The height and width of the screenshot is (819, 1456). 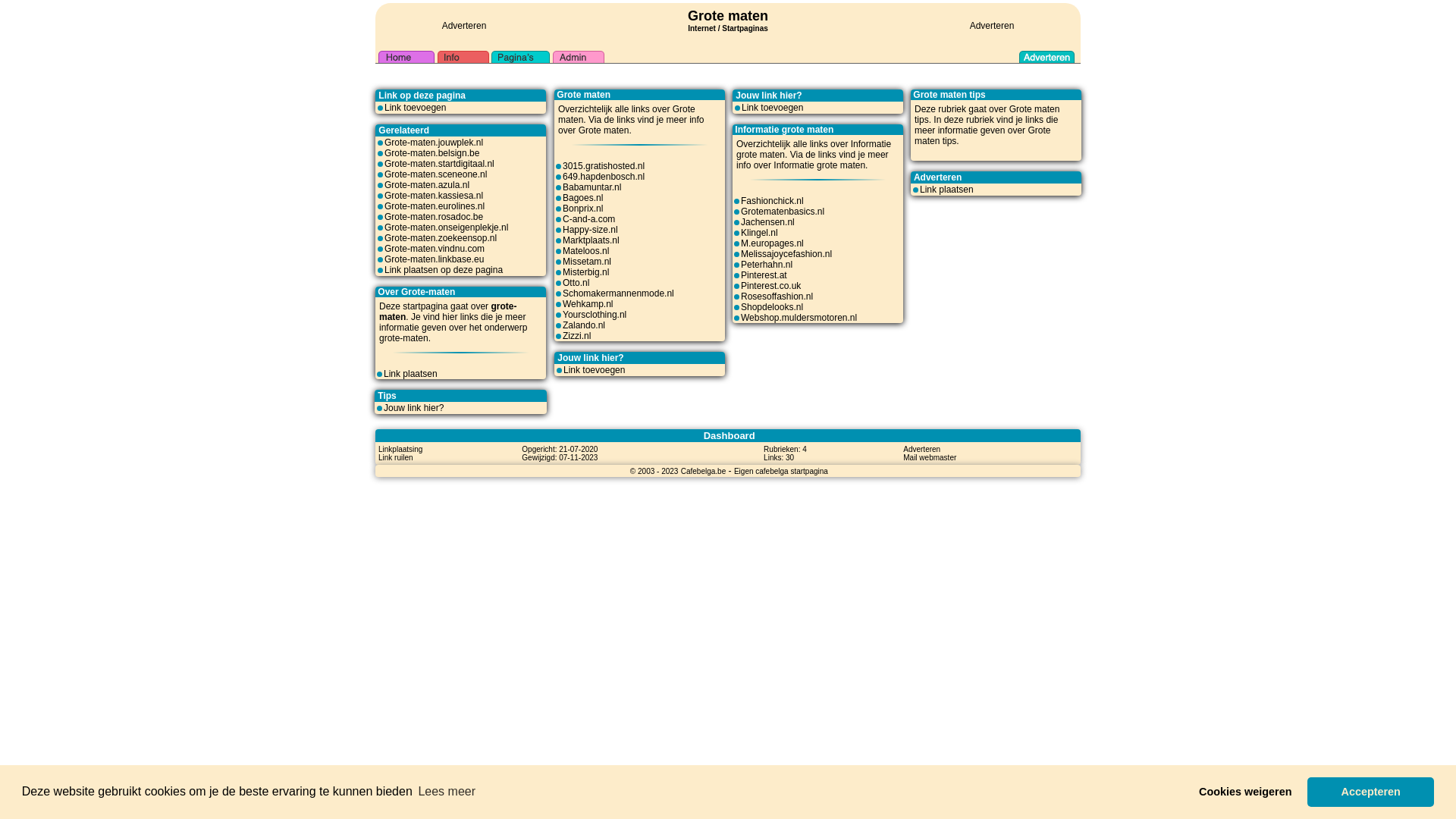 What do you see at coordinates (618, 293) in the screenshot?
I see `'Schomakermannenmode.nl'` at bounding box center [618, 293].